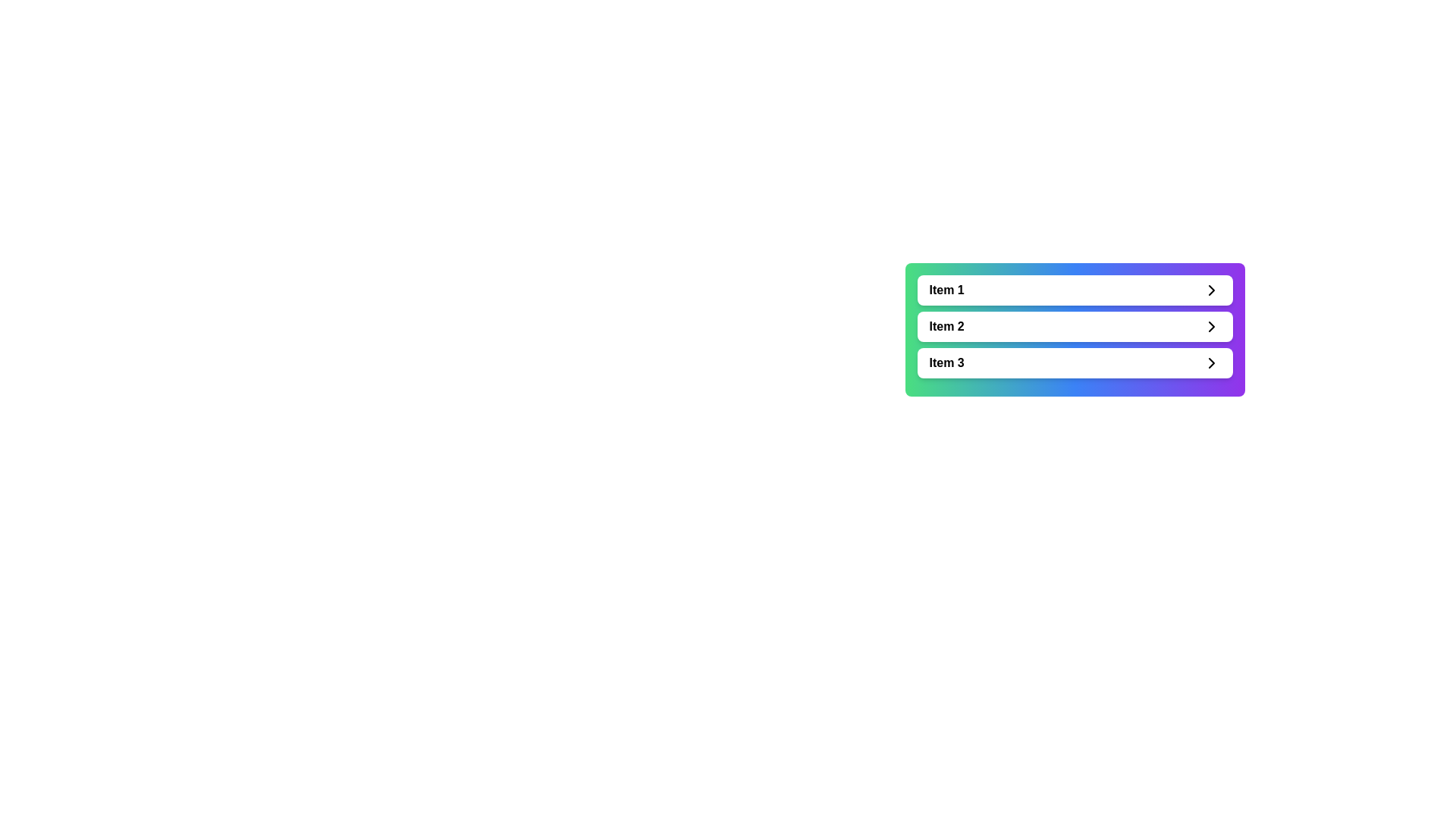 This screenshot has width=1456, height=819. Describe the element at coordinates (1074, 329) in the screenshot. I see `the navigational button labeled 'Item 2'` at that location.